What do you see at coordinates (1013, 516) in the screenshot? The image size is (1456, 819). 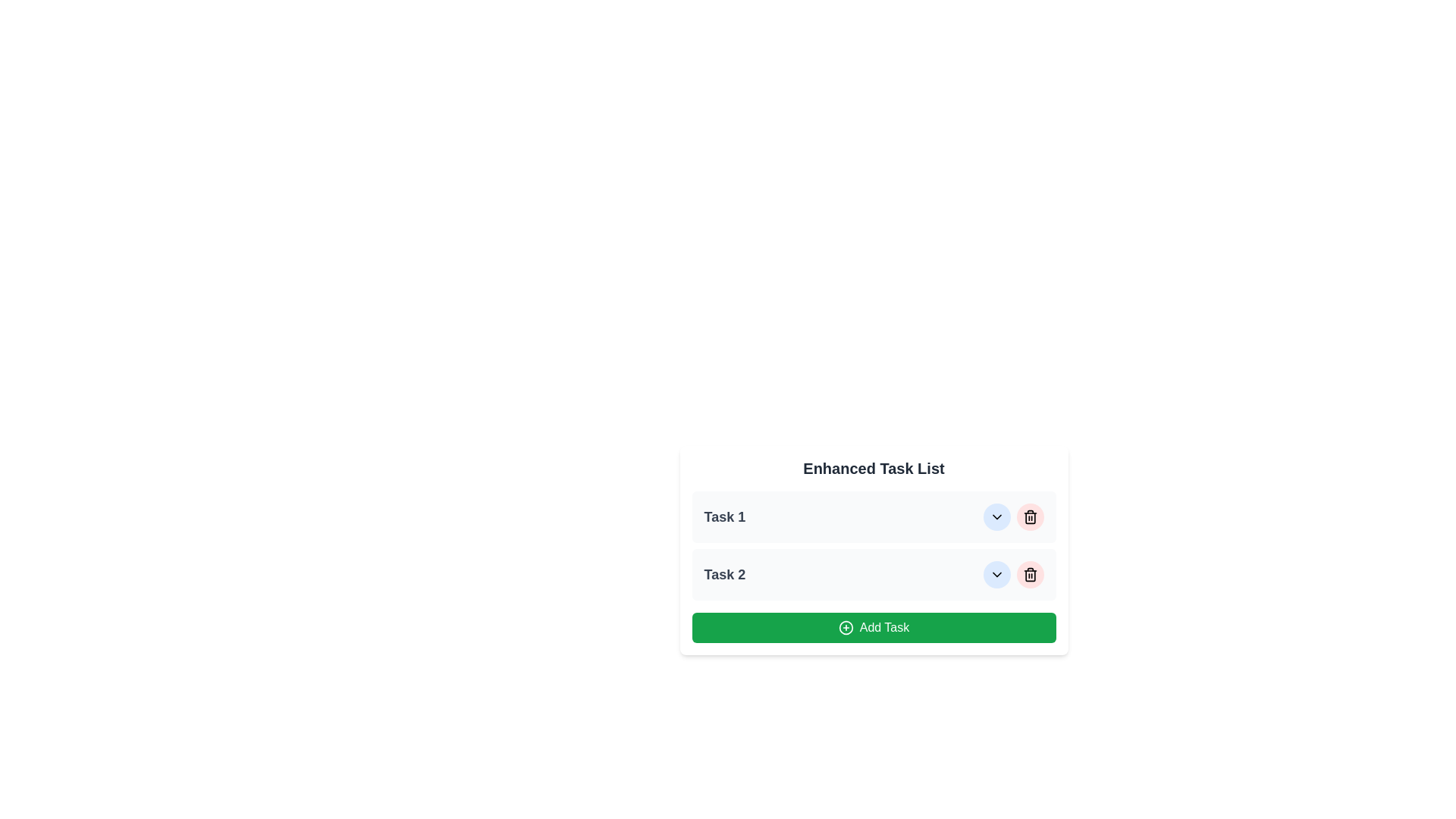 I see `the grouped action buttons for the first task item, which includes a dropdown toggle (left icon) and a delete action (right icon), located at the far-right side next to 'Task 1'` at bounding box center [1013, 516].